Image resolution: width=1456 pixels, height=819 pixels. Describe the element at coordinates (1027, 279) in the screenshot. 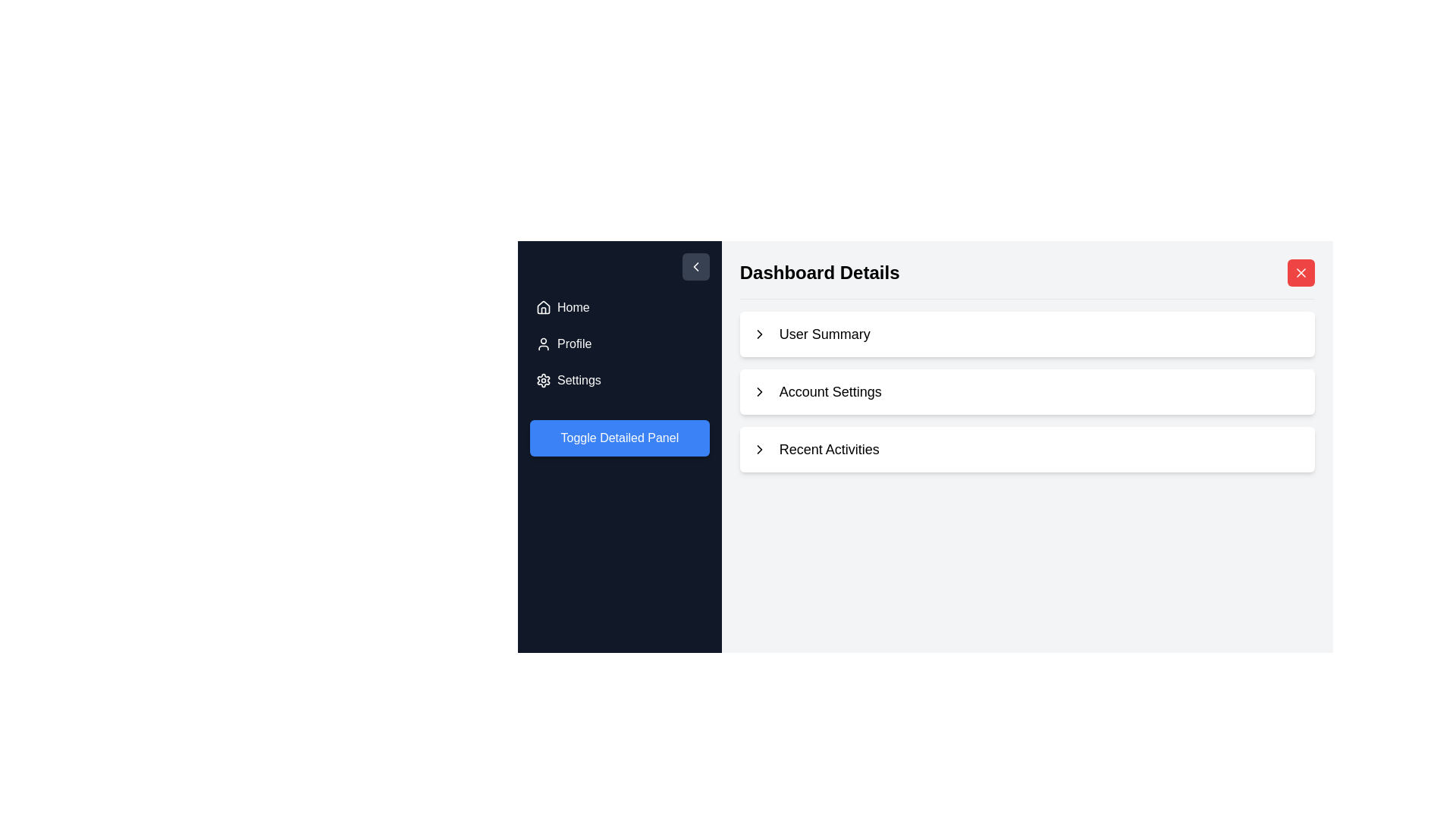

I see `the 'Dashboard Details' title bar at the top of the interface` at that location.